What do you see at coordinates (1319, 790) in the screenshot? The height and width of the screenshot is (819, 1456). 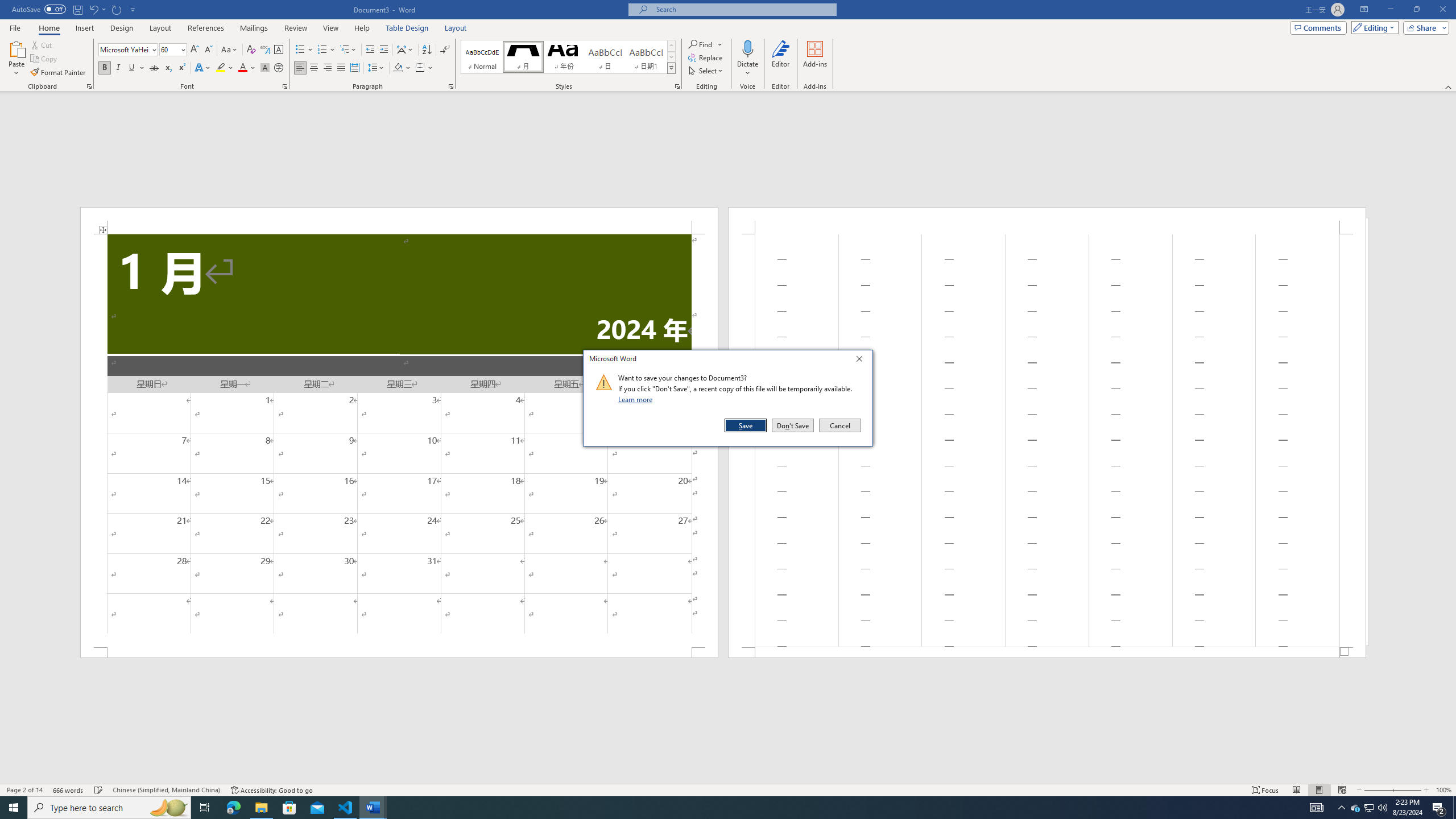 I see `'Print Layout'` at bounding box center [1319, 790].